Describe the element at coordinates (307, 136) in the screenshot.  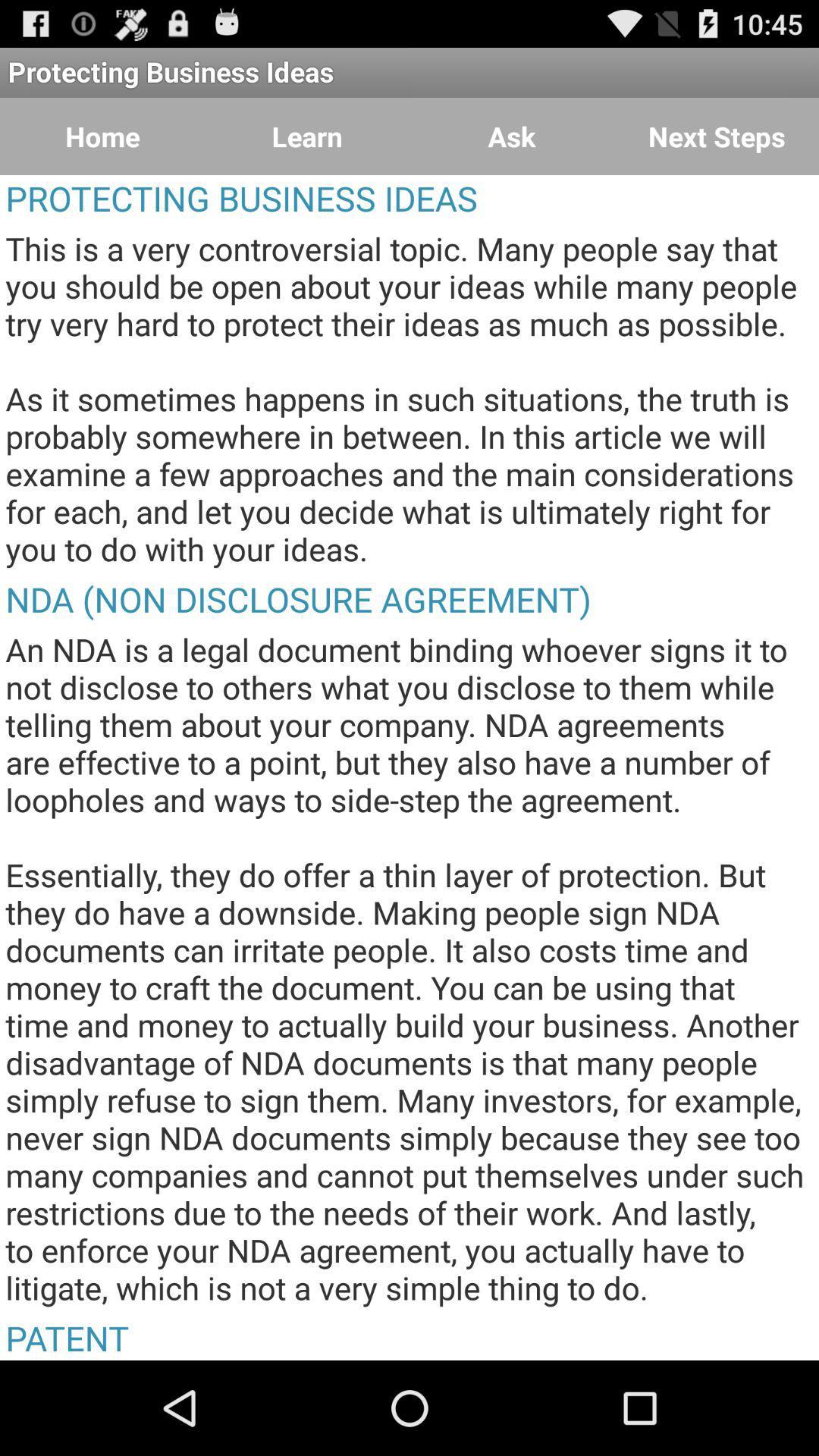
I see `learn icon` at that location.